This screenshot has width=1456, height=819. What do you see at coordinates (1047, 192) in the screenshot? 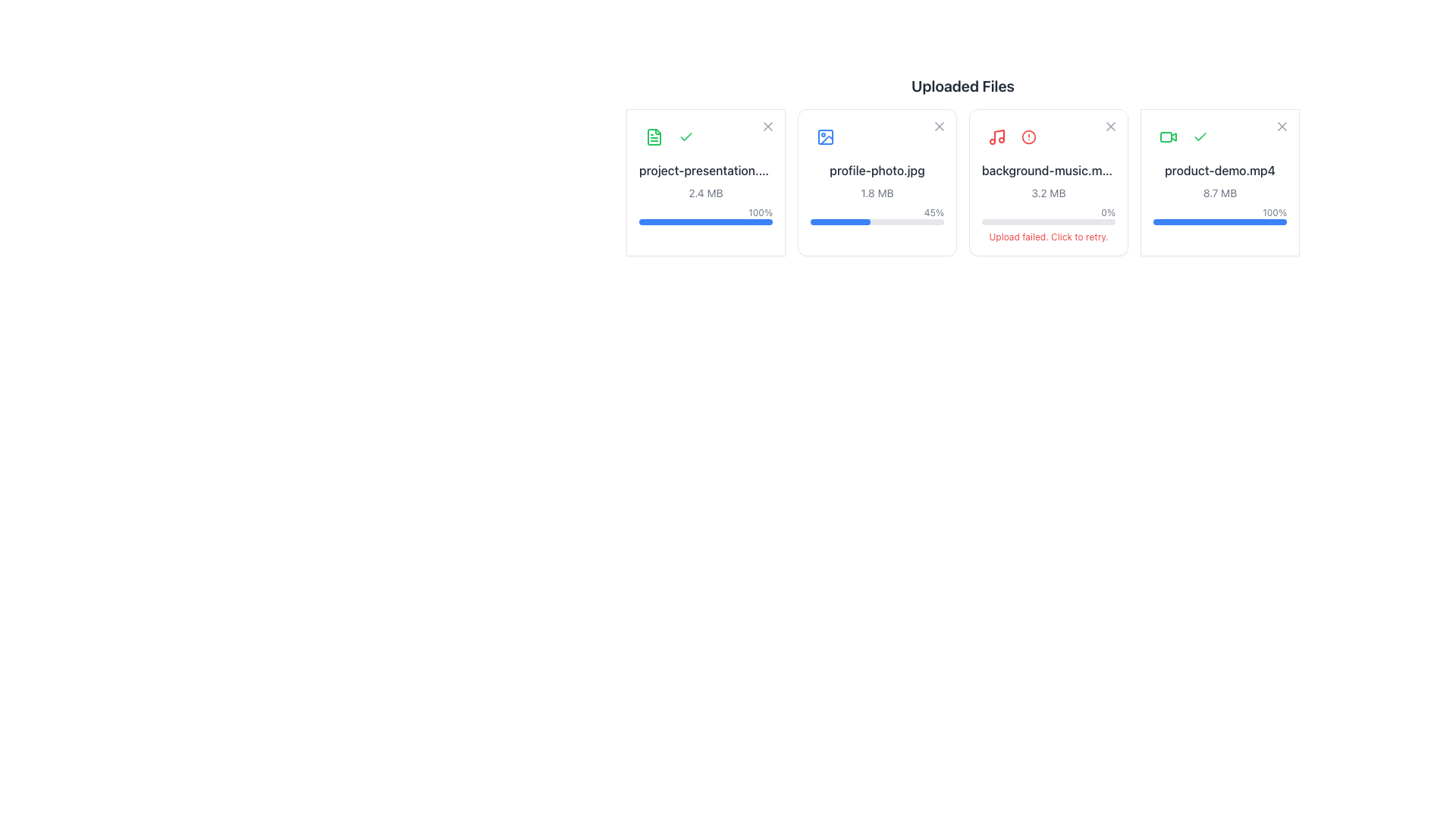
I see `the static text label displaying '3.2 MB' located within the card for the file 'background-music.mp3', positioned directly below the file name and above the progress indicators` at bounding box center [1047, 192].